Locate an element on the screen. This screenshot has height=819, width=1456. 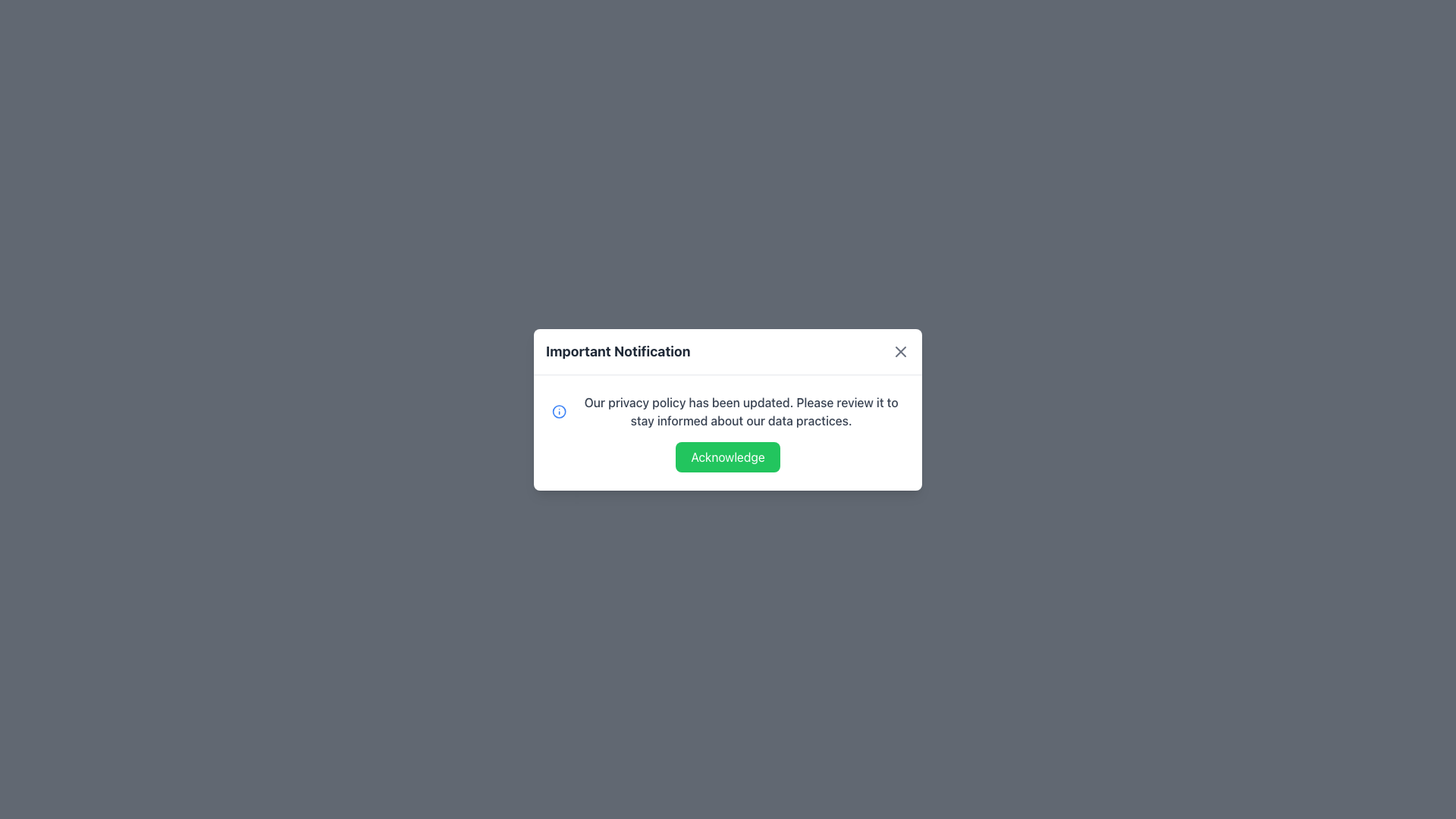
the information icon with a blue circular outline inside the notification dialog is located at coordinates (558, 411).